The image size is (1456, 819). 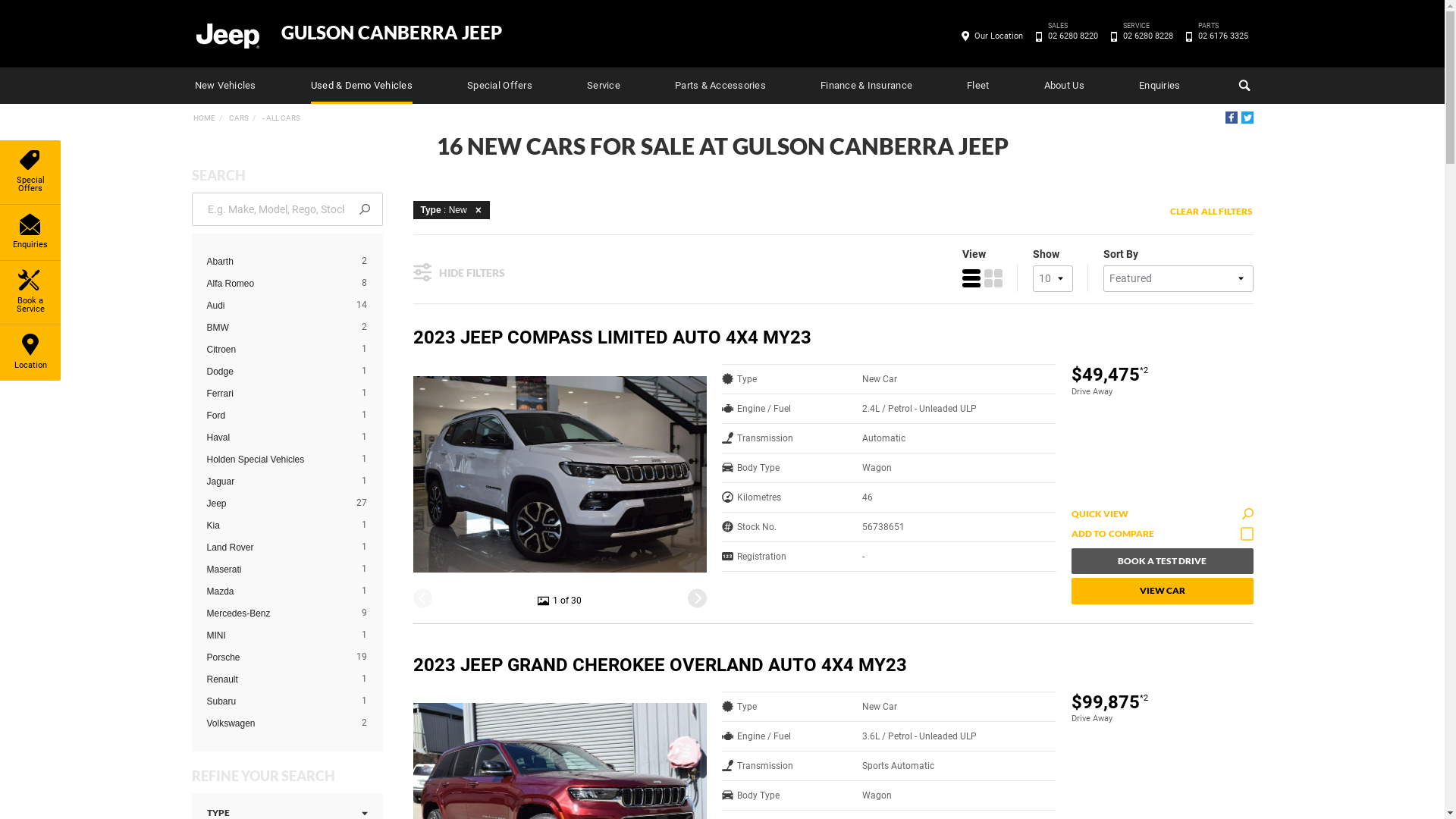 I want to click on 'Ford', so click(x=206, y=415).